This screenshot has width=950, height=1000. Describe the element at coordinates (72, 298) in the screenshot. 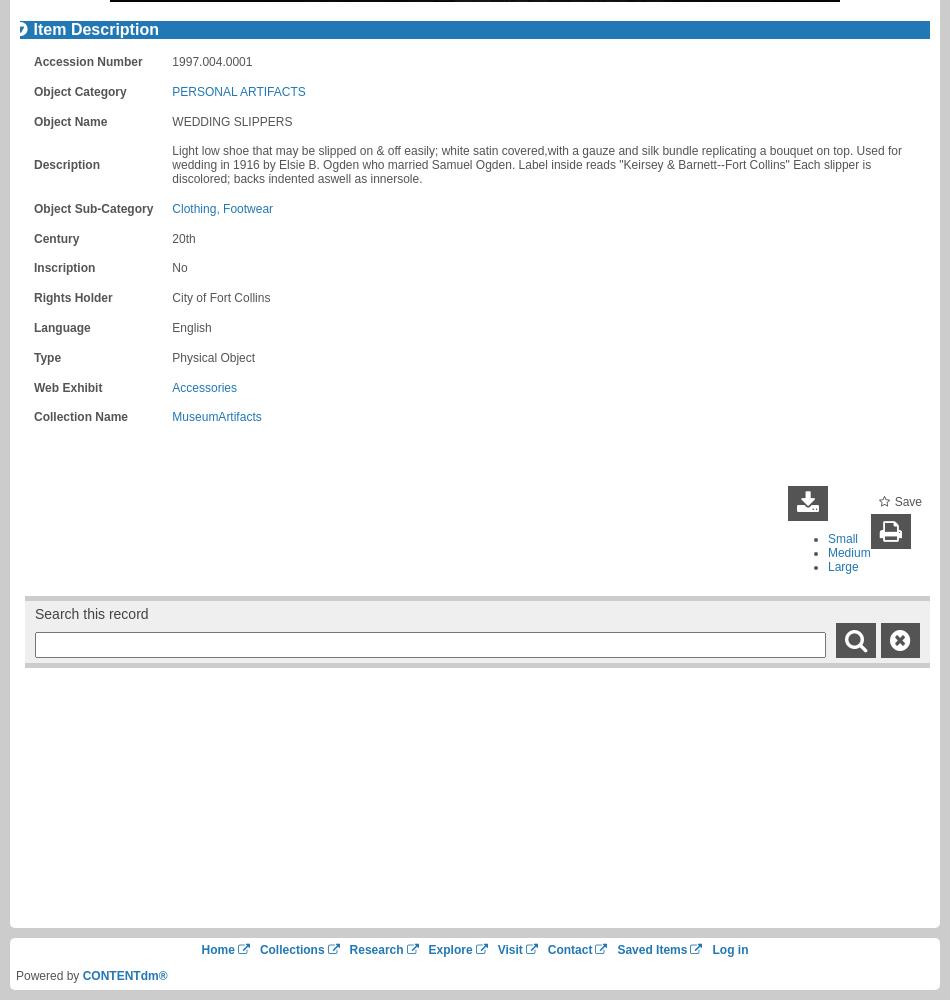

I see `'Rights Holder'` at that location.